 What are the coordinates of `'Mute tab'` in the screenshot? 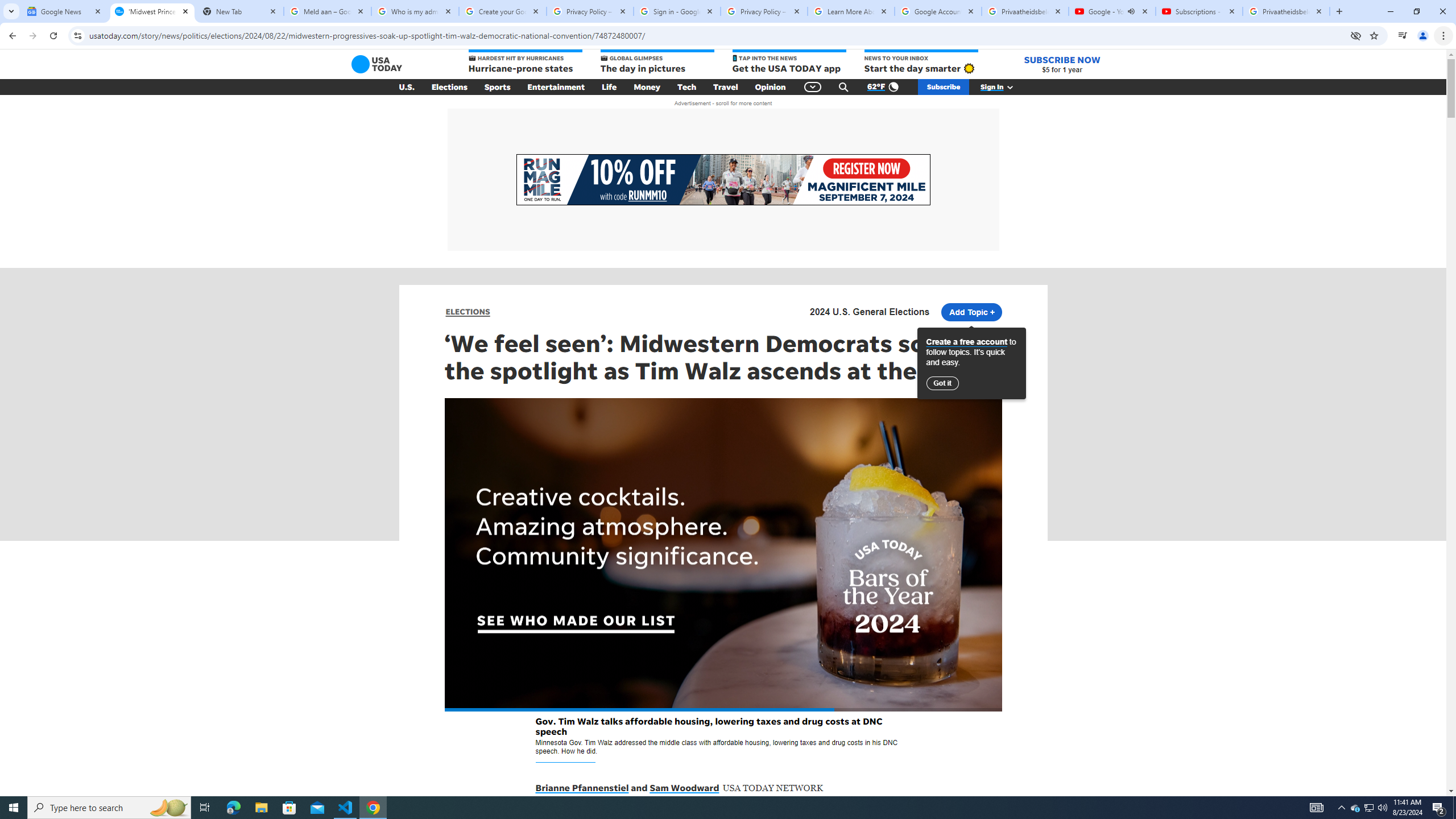 It's located at (1131, 11).